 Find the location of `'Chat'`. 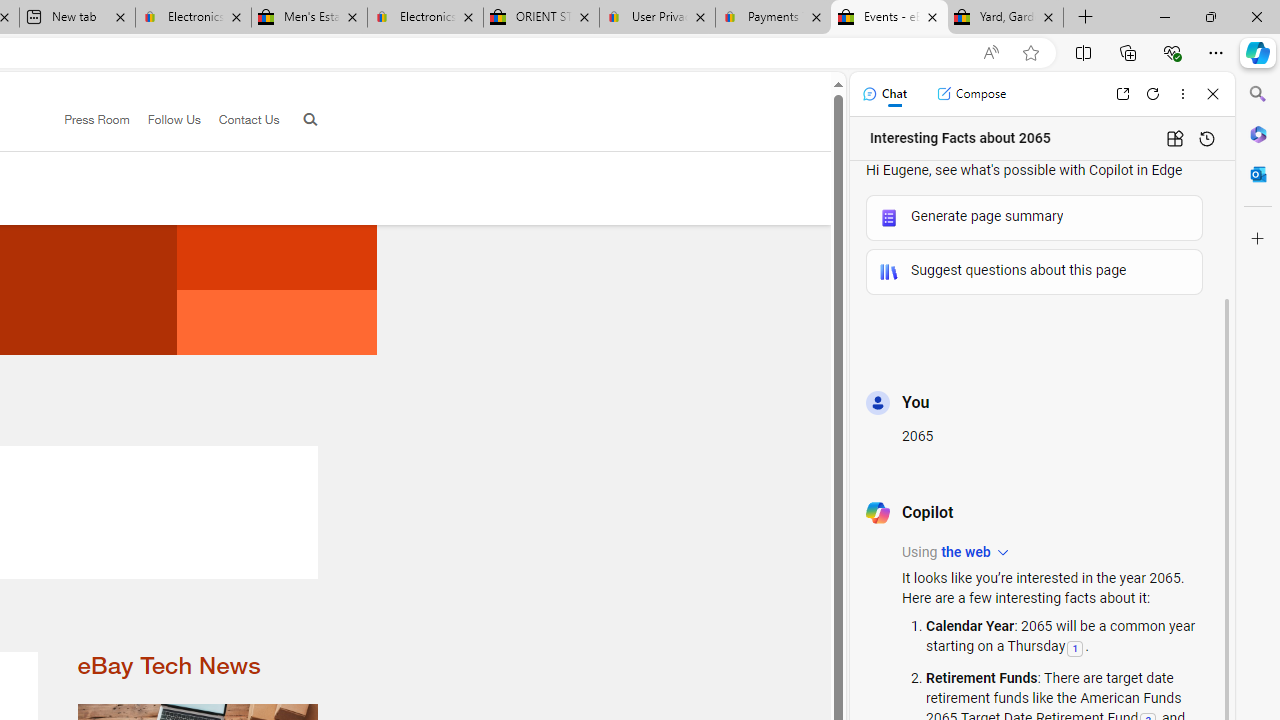

'Chat' is located at coordinates (883, 93).